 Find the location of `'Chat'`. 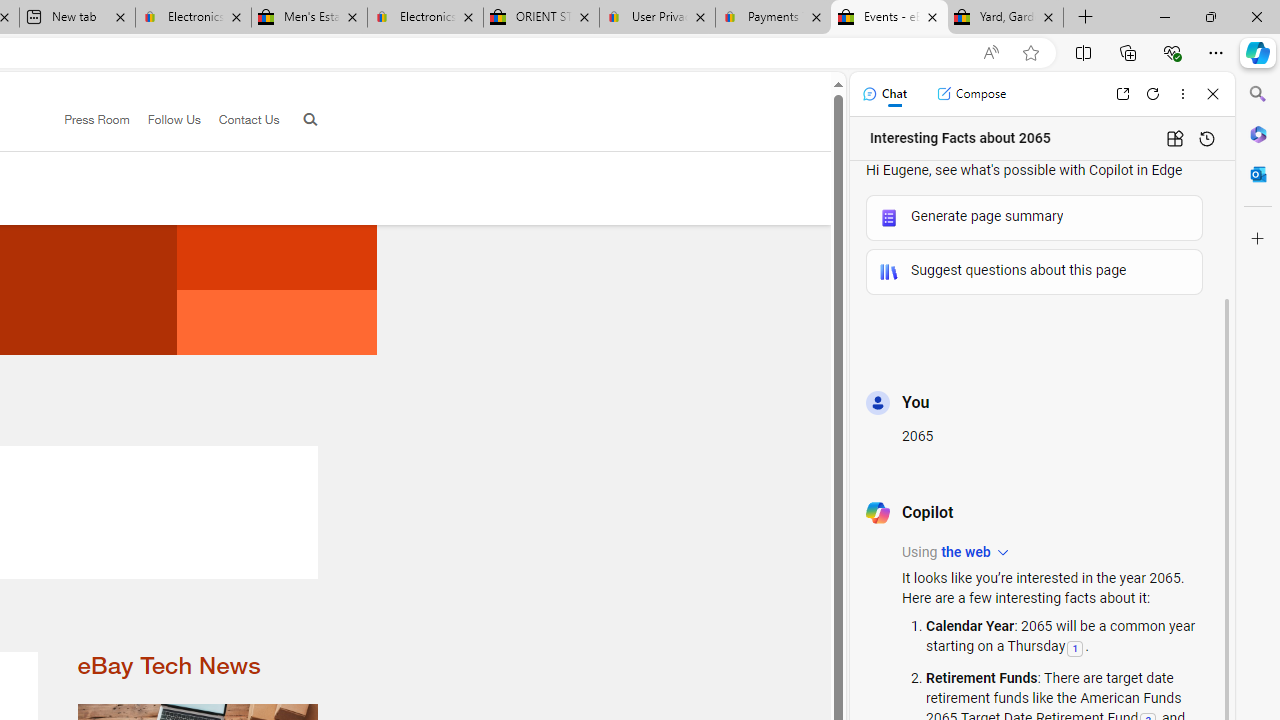

'Chat' is located at coordinates (883, 93).